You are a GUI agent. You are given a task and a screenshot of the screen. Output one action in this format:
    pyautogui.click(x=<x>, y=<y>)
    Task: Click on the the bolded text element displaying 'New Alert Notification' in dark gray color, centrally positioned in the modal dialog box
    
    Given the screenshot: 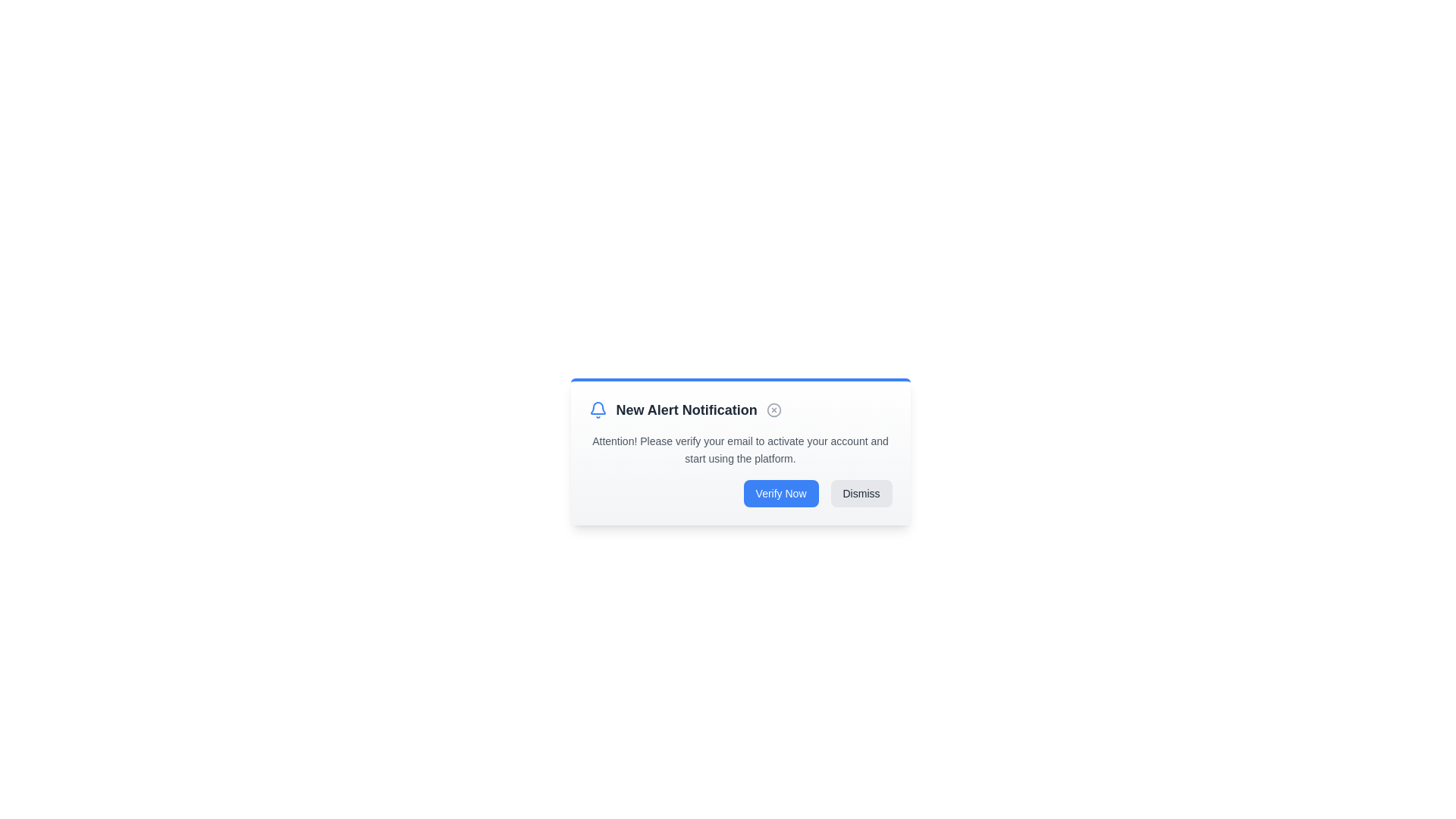 What is the action you would take?
    pyautogui.click(x=686, y=409)
    